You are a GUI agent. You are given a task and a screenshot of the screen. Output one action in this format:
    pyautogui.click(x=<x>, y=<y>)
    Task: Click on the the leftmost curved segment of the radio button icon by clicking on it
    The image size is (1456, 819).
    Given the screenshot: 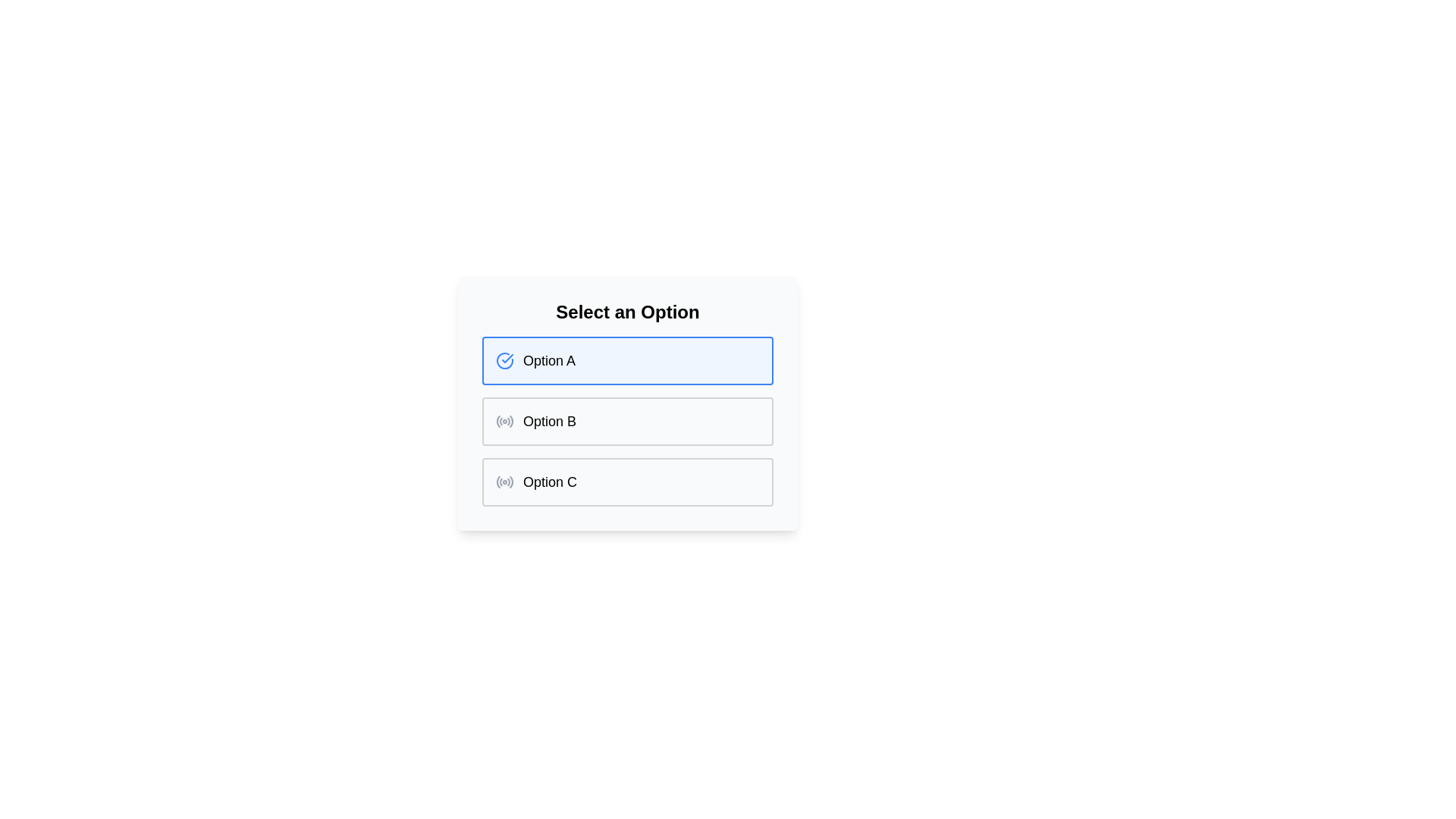 What is the action you would take?
    pyautogui.click(x=498, y=482)
    